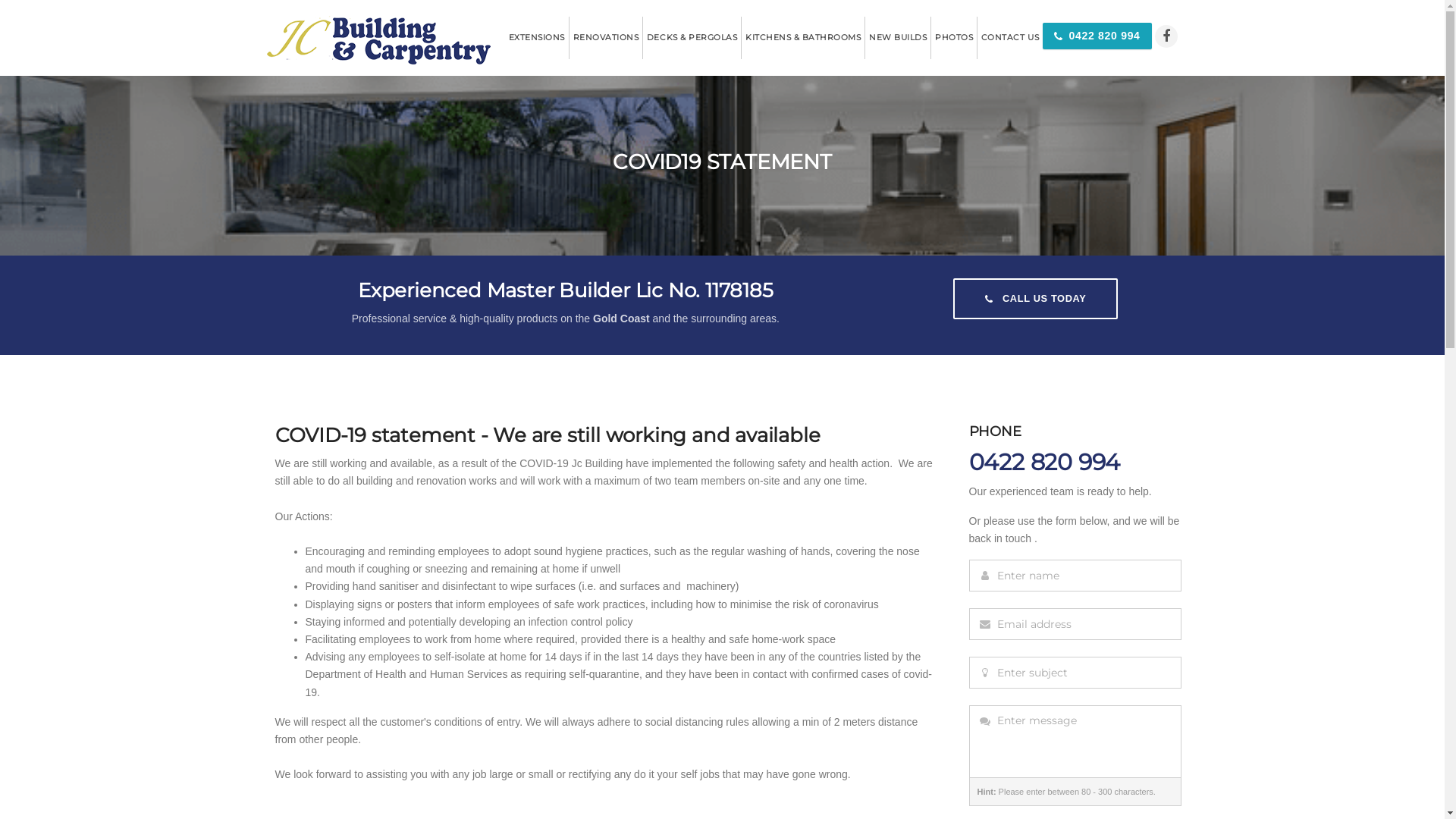  What do you see at coordinates (897, 36) in the screenshot?
I see `'NEW BUILDS'` at bounding box center [897, 36].